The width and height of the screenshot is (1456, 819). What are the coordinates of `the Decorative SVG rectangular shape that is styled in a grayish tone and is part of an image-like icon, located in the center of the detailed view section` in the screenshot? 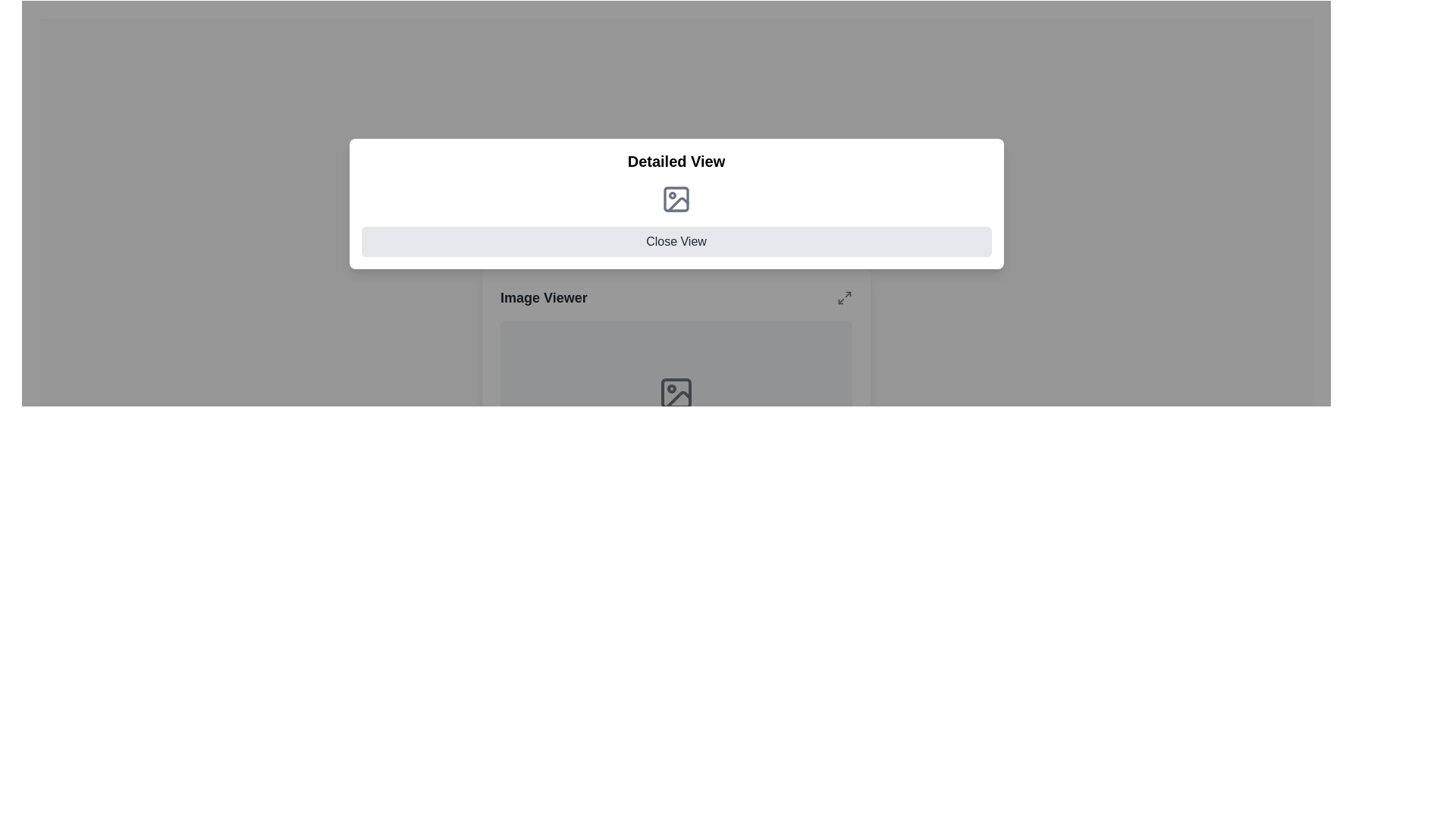 It's located at (676, 393).